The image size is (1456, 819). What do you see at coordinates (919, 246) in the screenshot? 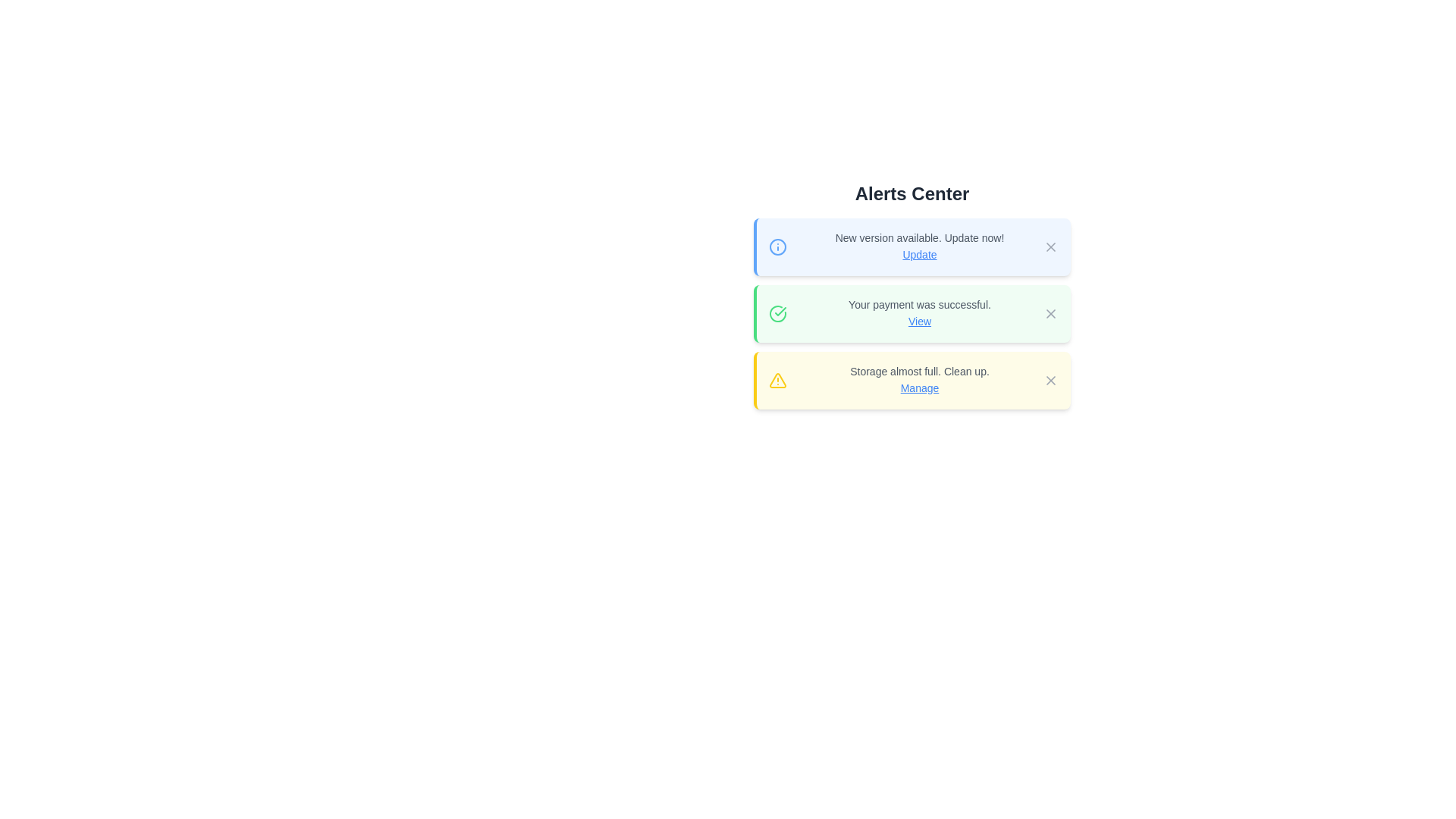
I see `Notification message about the new update located in the Alerts Center, which is the uppermost alert card and contains an actionable link labeled 'Update'` at bounding box center [919, 246].